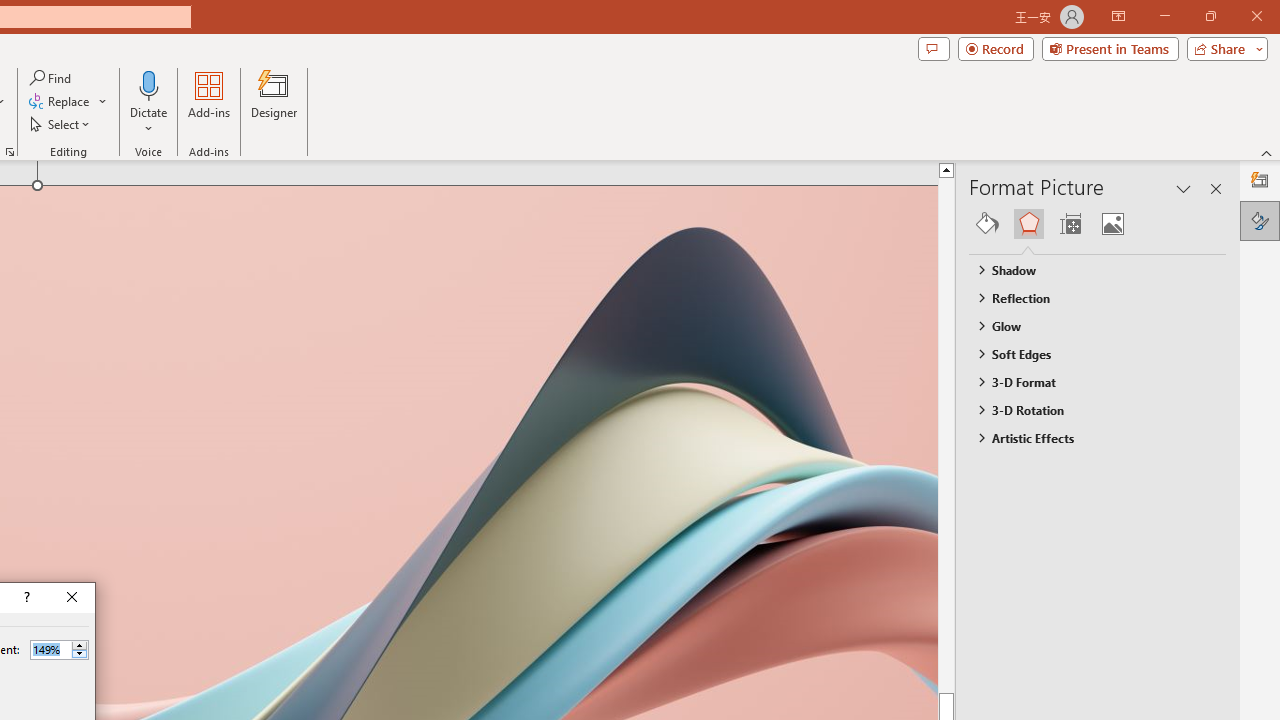  Describe the element at coordinates (1097, 223) in the screenshot. I see `'Class: NetUIGalleryContainer'` at that location.